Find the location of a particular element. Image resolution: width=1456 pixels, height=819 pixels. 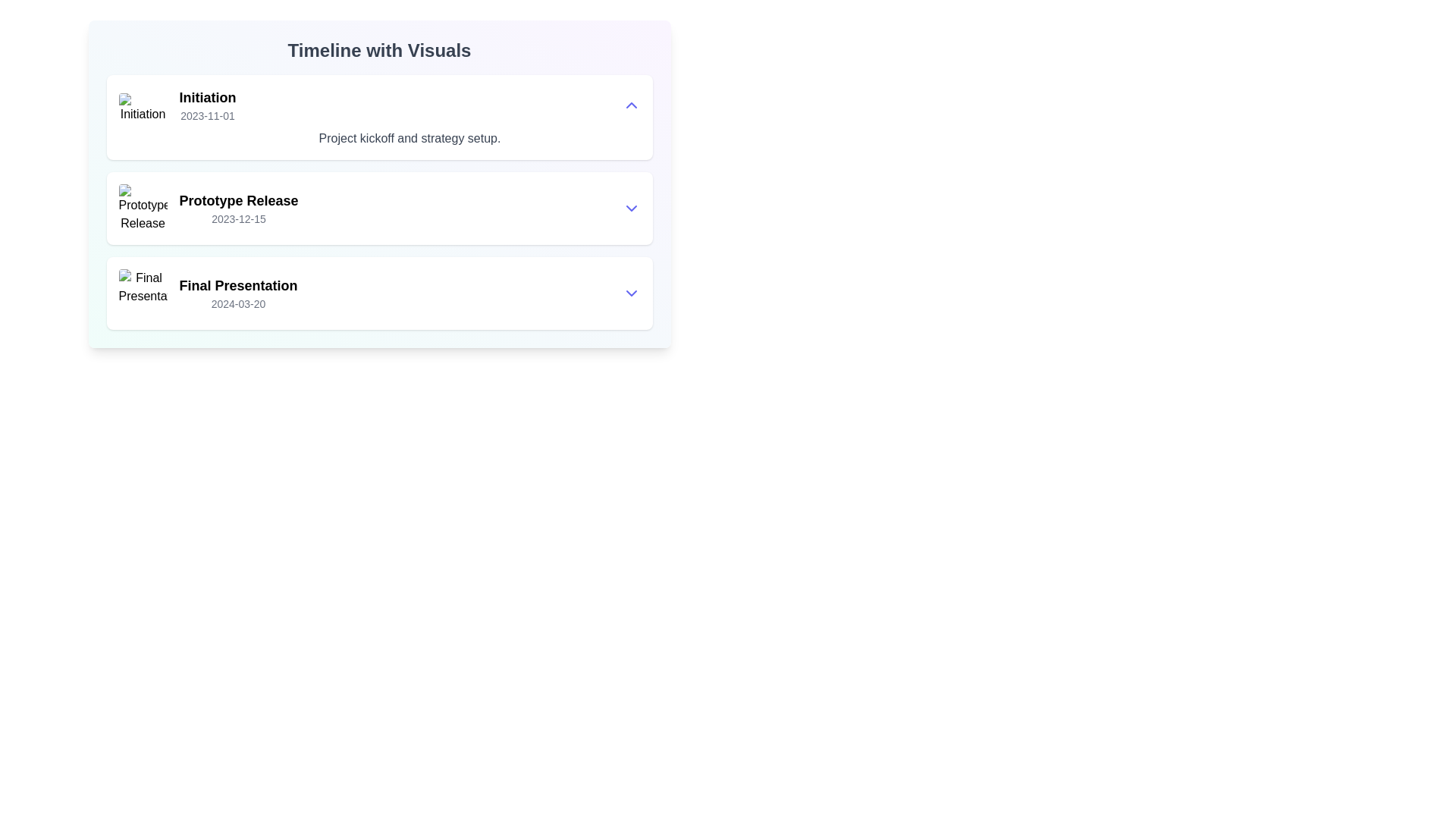

the title-date pair for the 'Initiation' event located at the top left of the timeline is located at coordinates (206, 104).